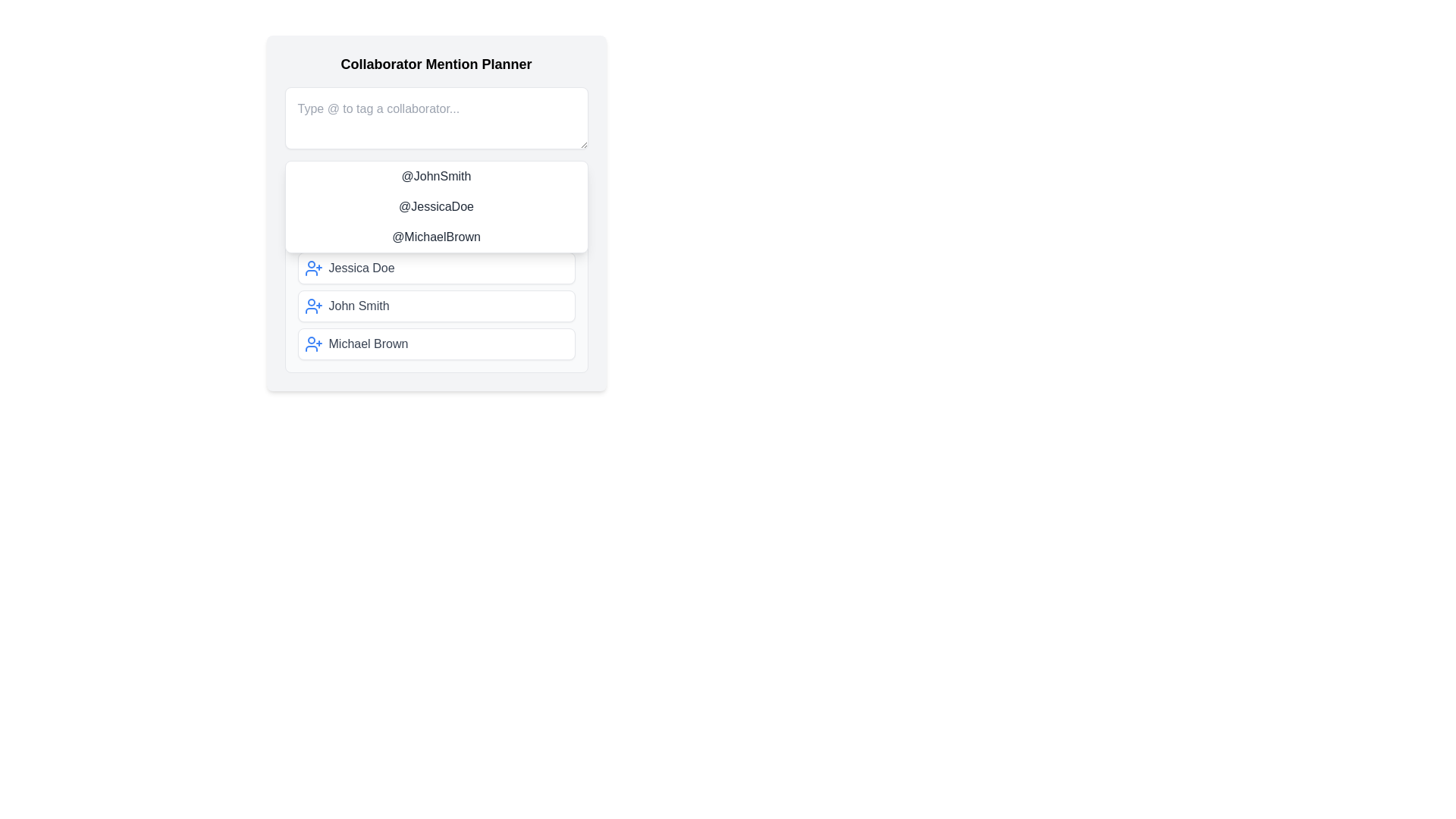  Describe the element at coordinates (312, 306) in the screenshot. I see `on the icon located` at that location.